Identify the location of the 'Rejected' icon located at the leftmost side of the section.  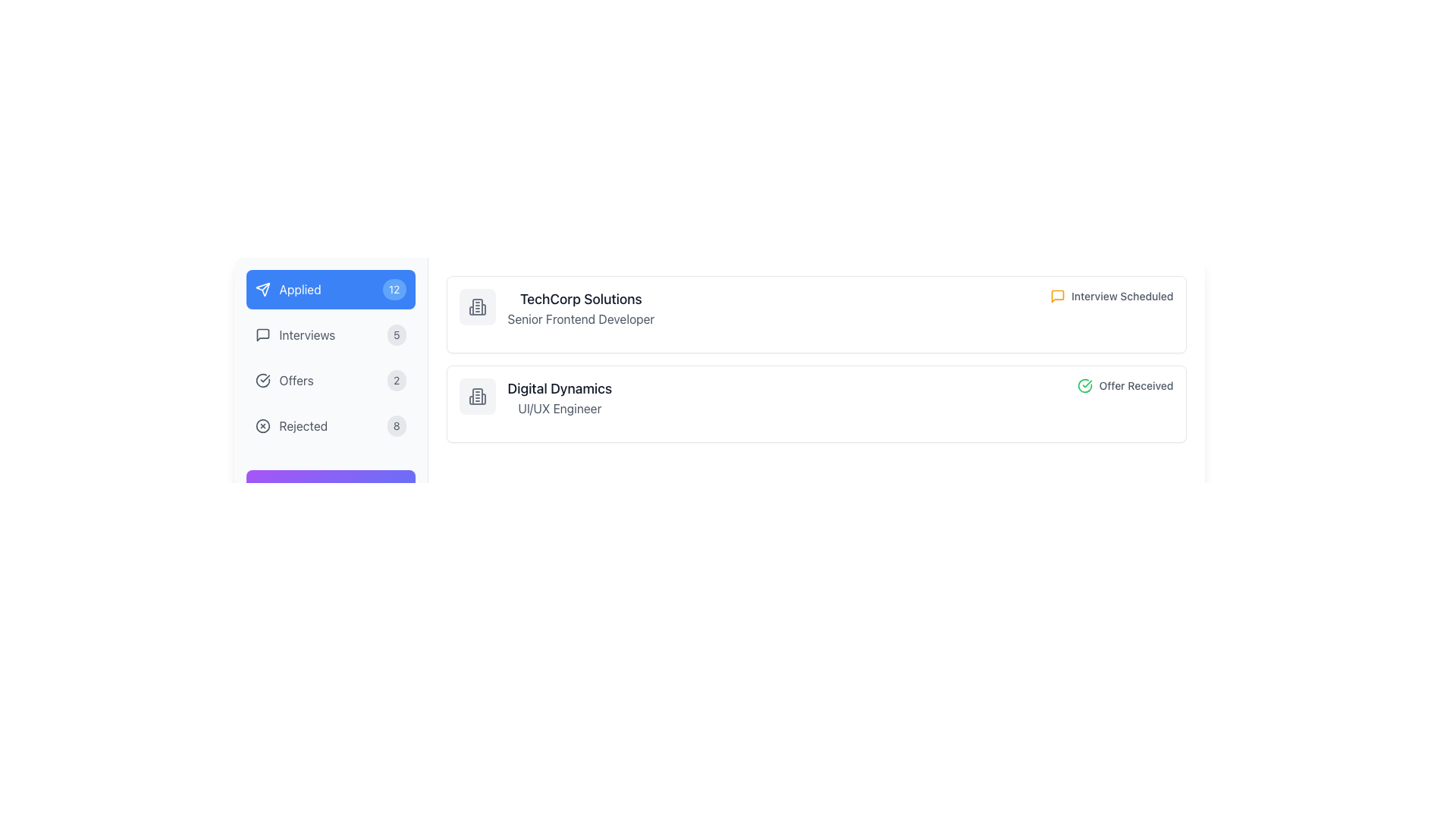
(262, 426).